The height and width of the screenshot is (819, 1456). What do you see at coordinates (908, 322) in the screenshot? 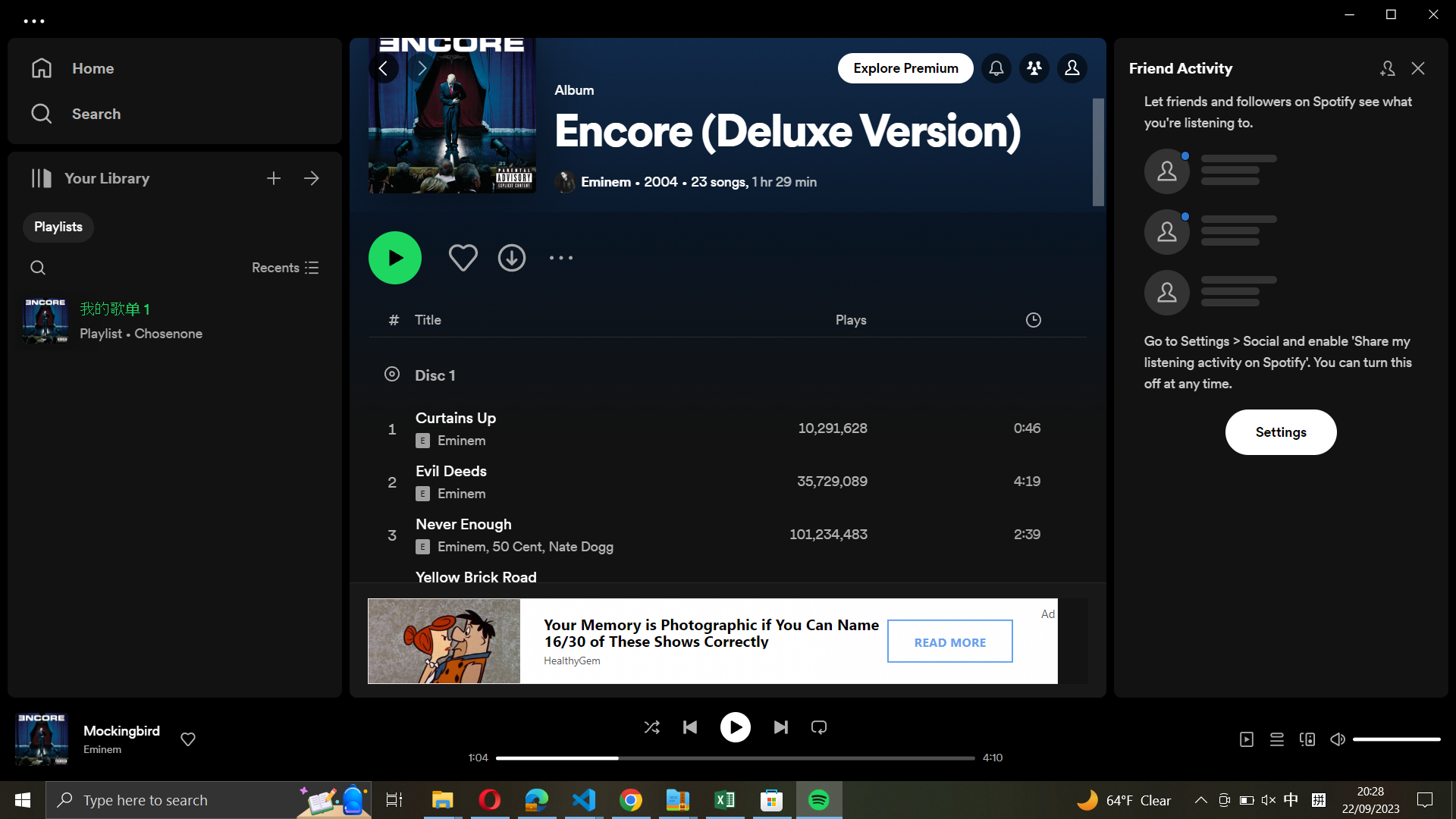
I see `Rearrange the song list by quantity of plays` at bounding box center [908, 322].